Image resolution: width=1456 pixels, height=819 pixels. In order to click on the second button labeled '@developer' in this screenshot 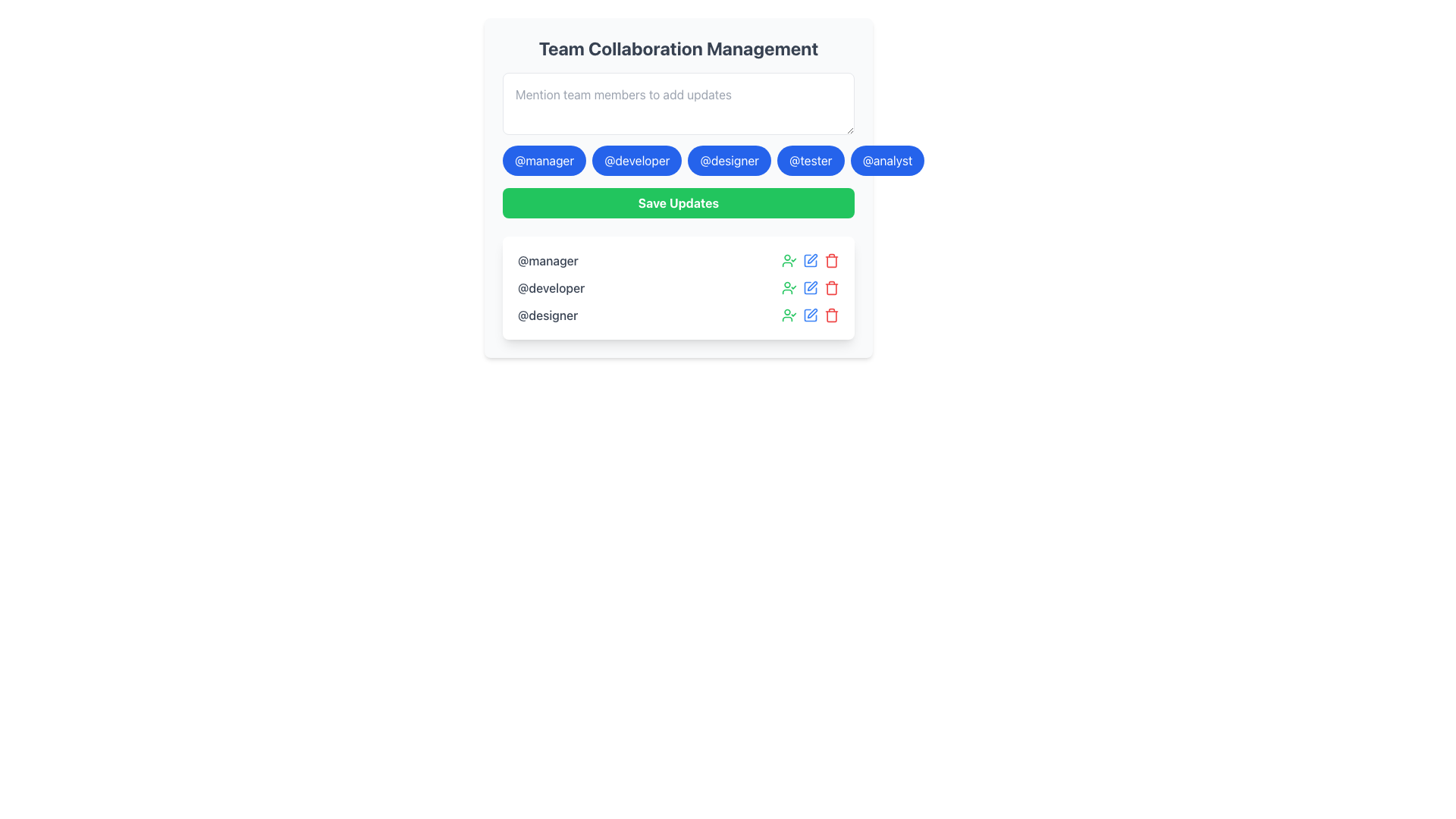, I will do `click(637, 161)`.